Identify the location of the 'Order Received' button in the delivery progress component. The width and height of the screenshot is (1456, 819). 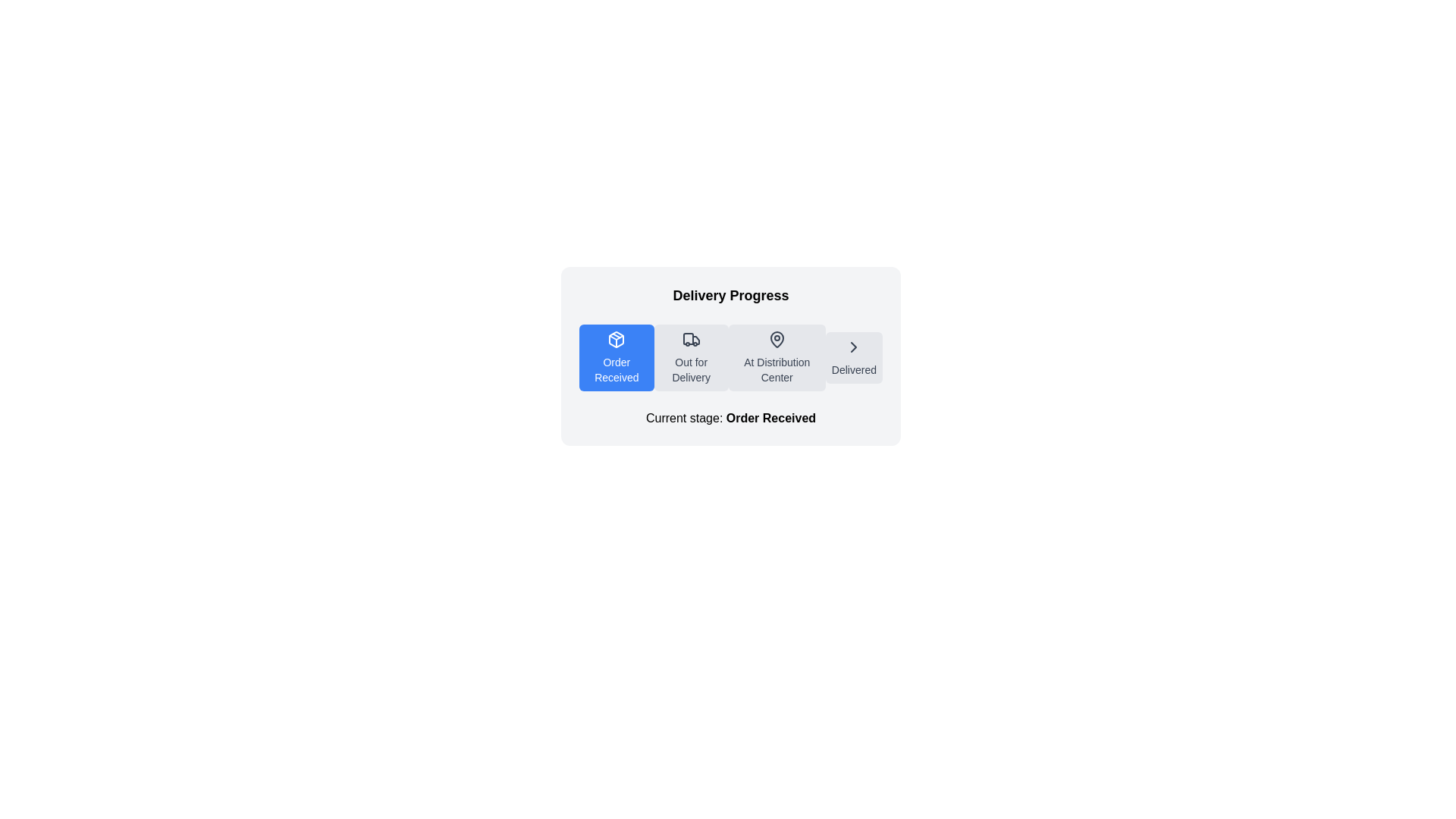
(617, 357).